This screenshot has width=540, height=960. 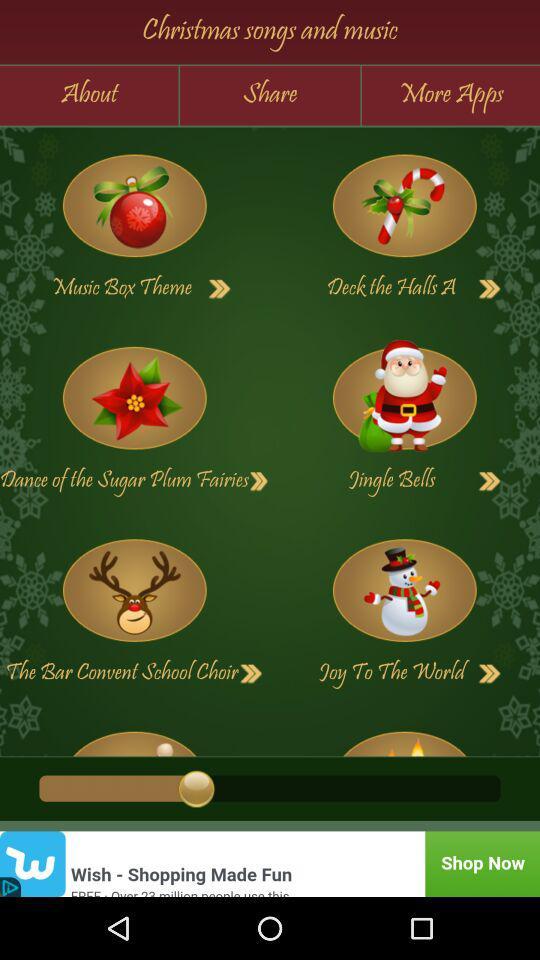 I want to click on go next, so click(x=489, y=673).